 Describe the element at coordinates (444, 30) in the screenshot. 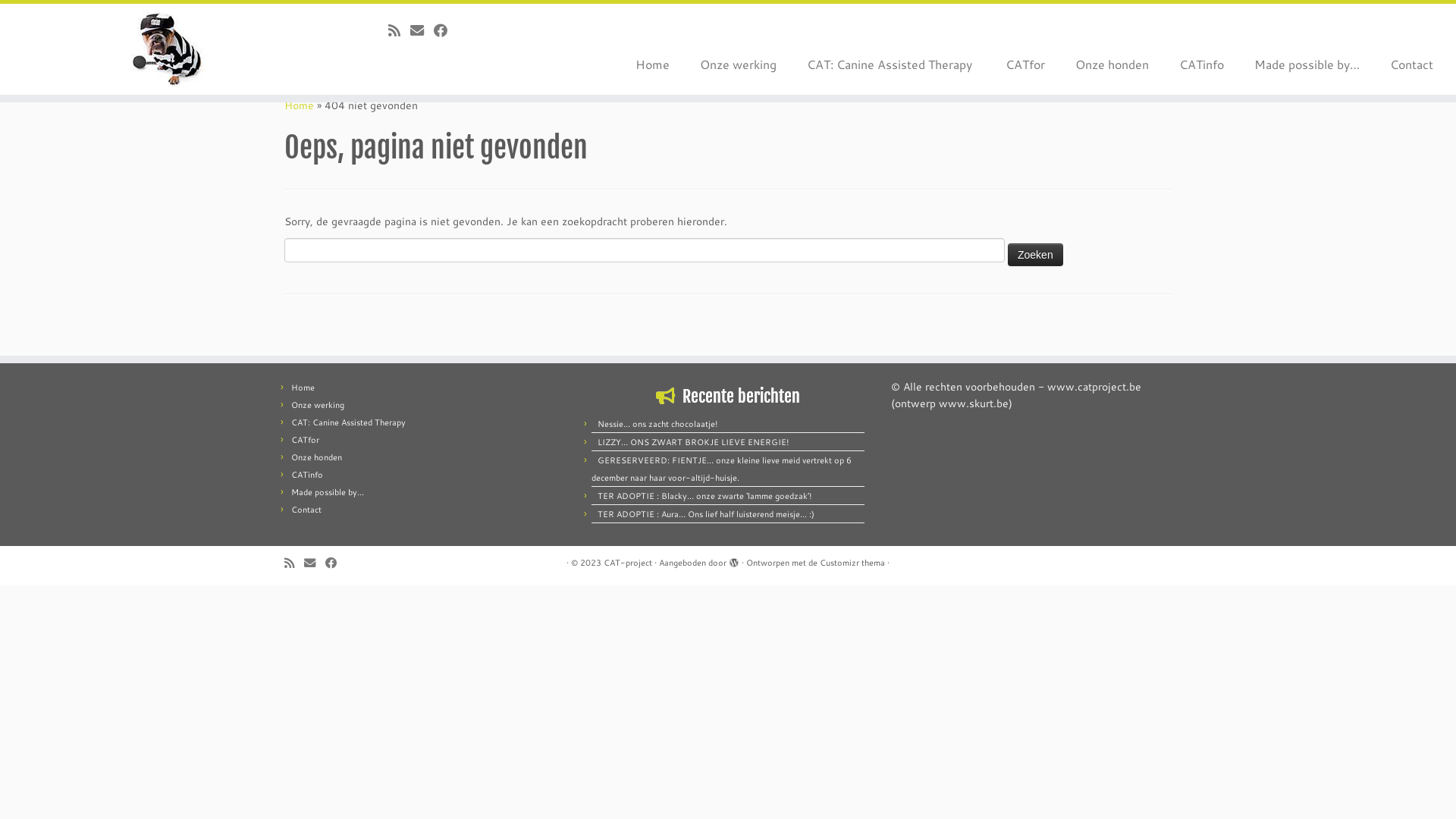

I see `'Volg mij op Facebook'` at that location.